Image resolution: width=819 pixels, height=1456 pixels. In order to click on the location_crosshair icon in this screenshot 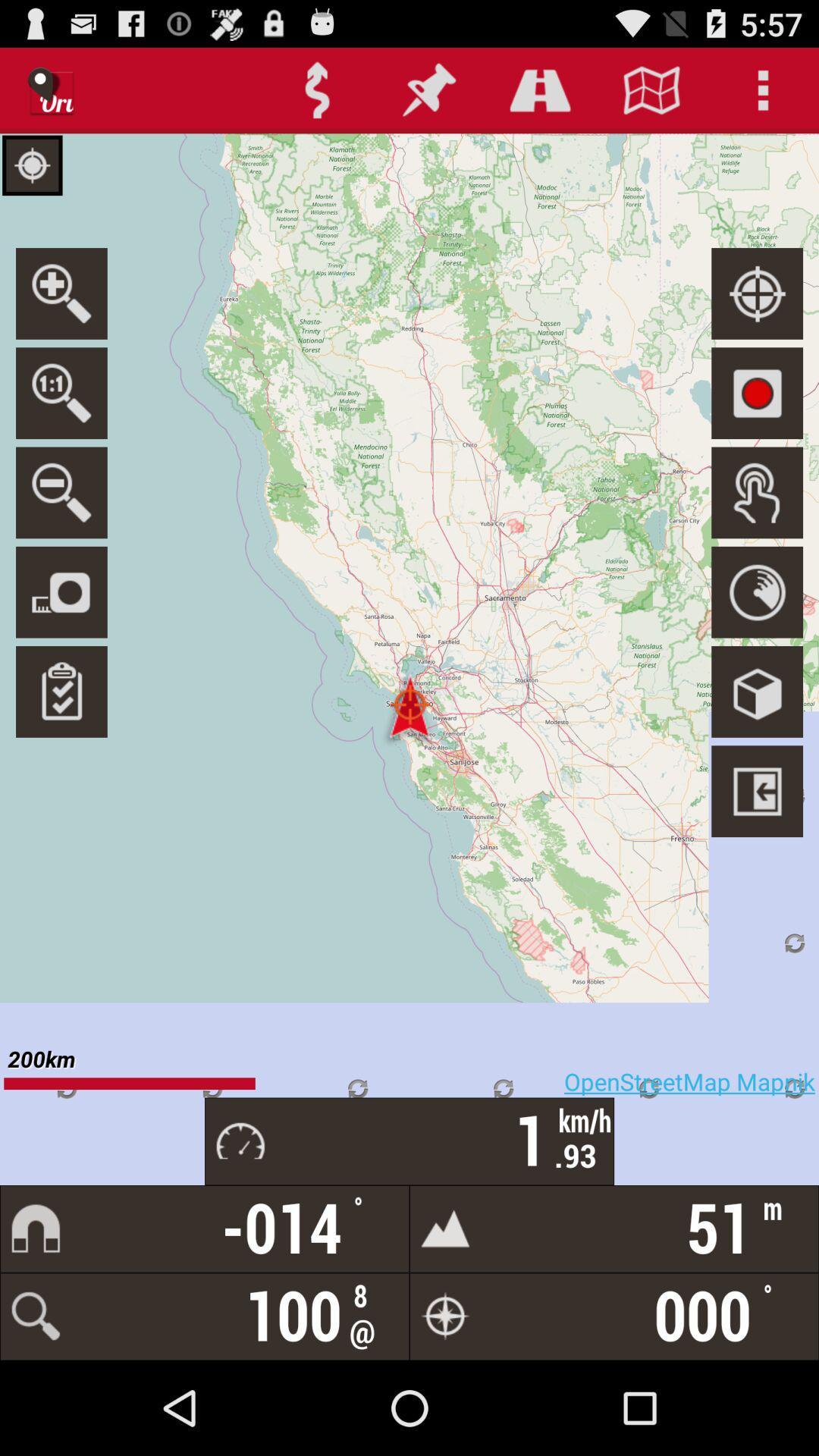, I will do `click(757, 313)`.